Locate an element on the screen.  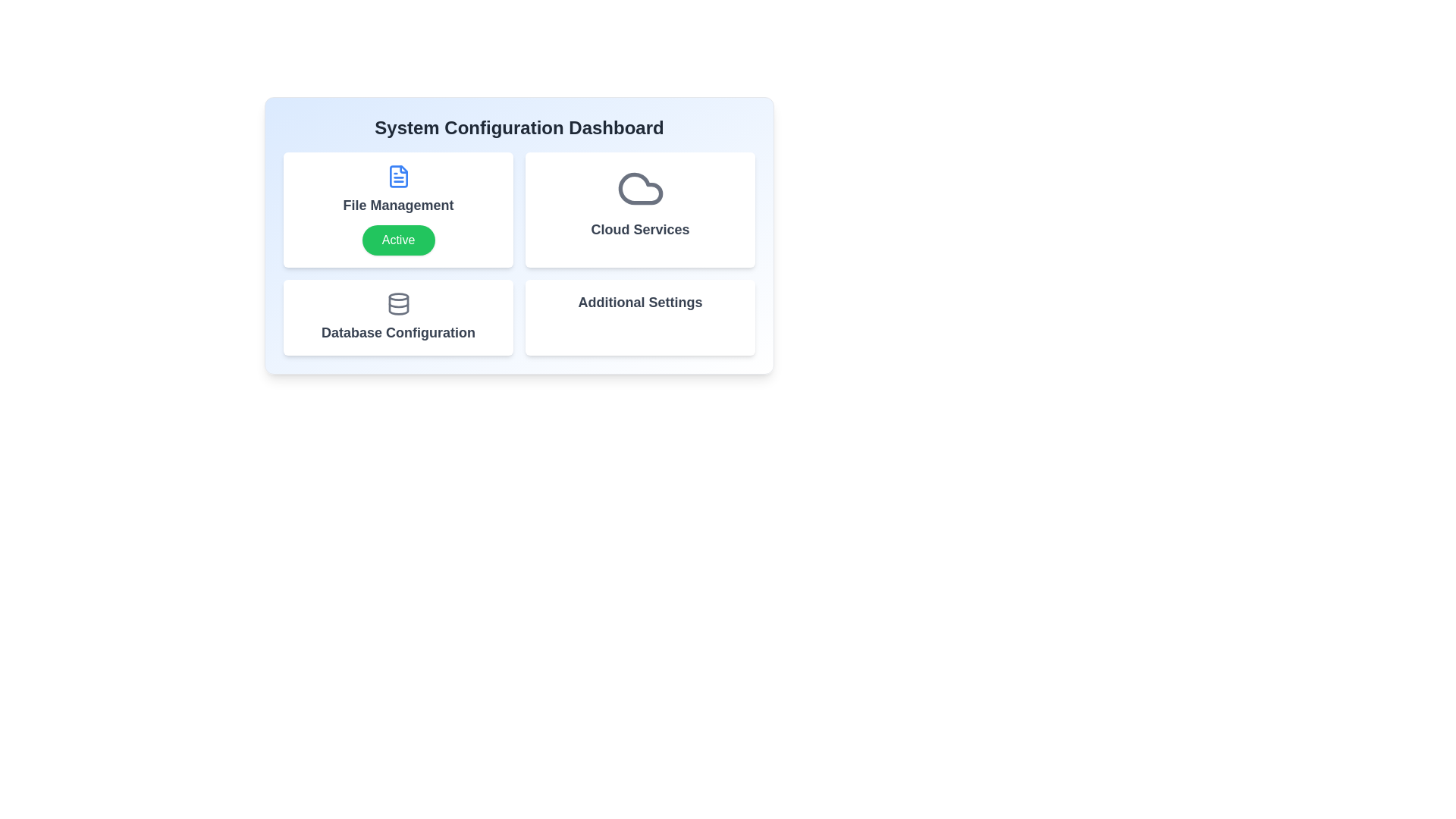
the bottom horizontal elliptical line of the database icon in the 'Database Configuration' section, located under the 'System Configuration Dashboard' is located at coordinates (398, 305).